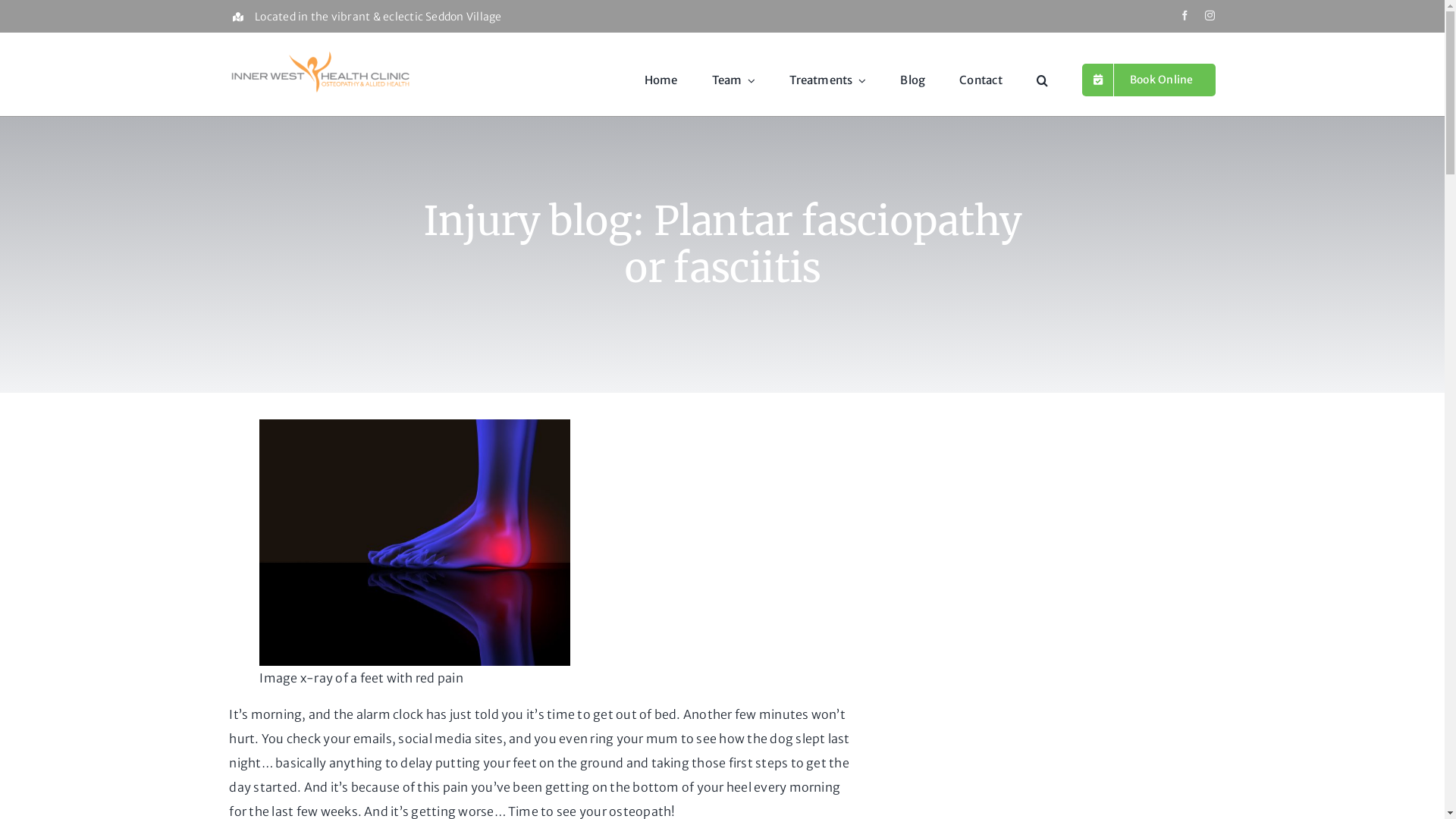  I want to click on 'Contact', so click(981, 80).